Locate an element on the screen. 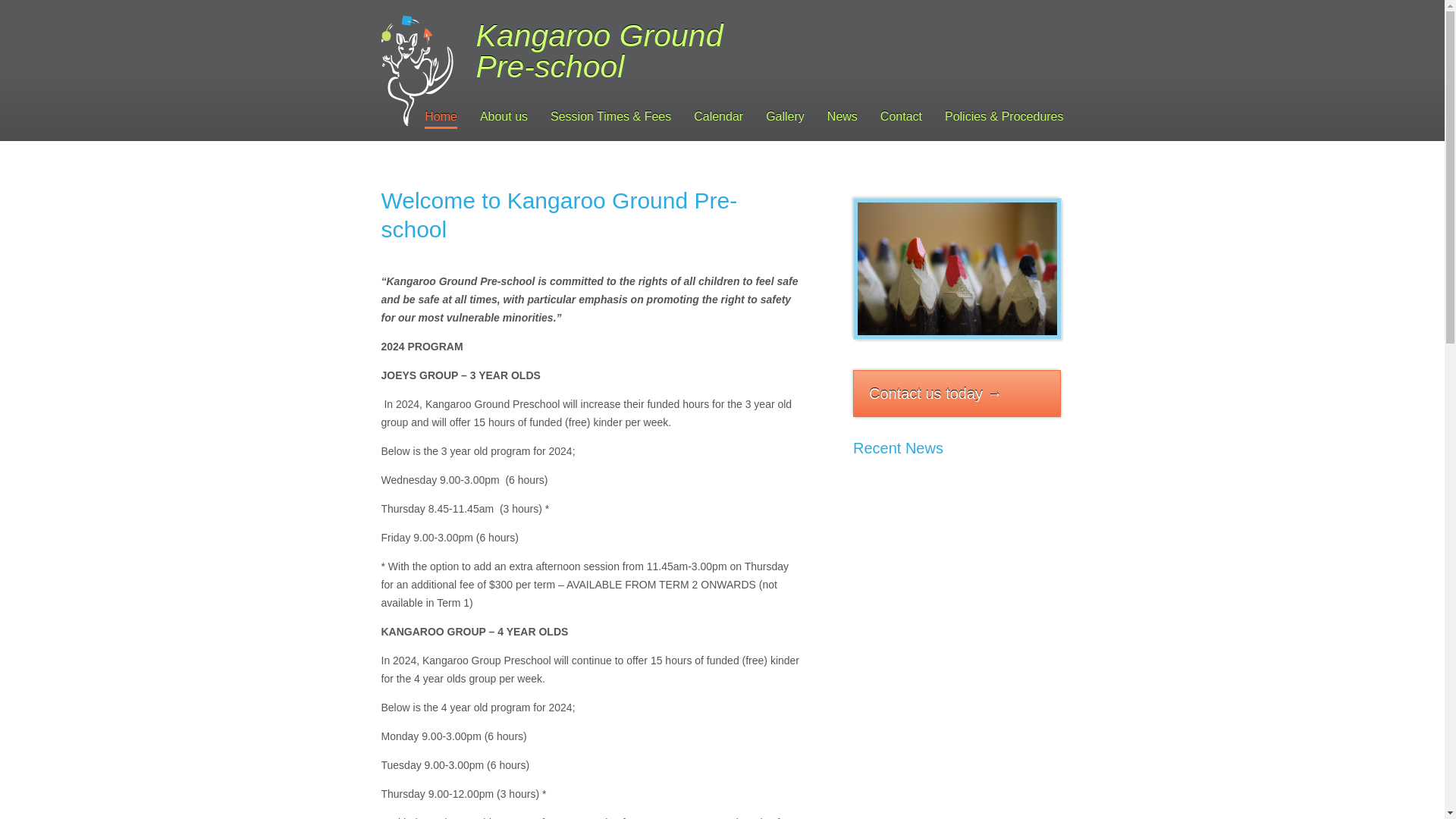 The width and height of the screenshot is (1456, 819). 'Calendar' is located at coordinates (717, 117).